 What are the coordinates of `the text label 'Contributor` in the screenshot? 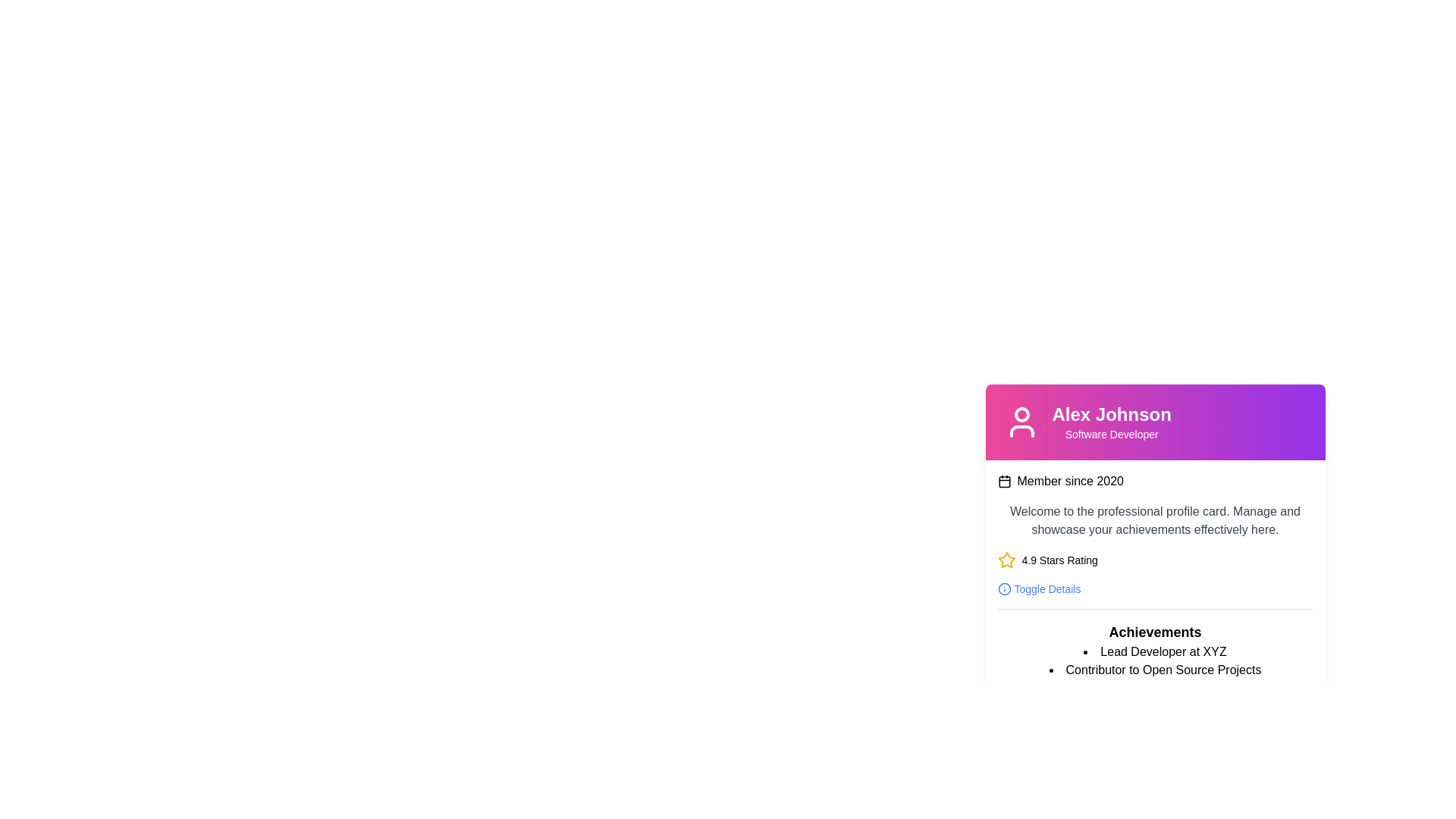 It's located at (1154, 669).